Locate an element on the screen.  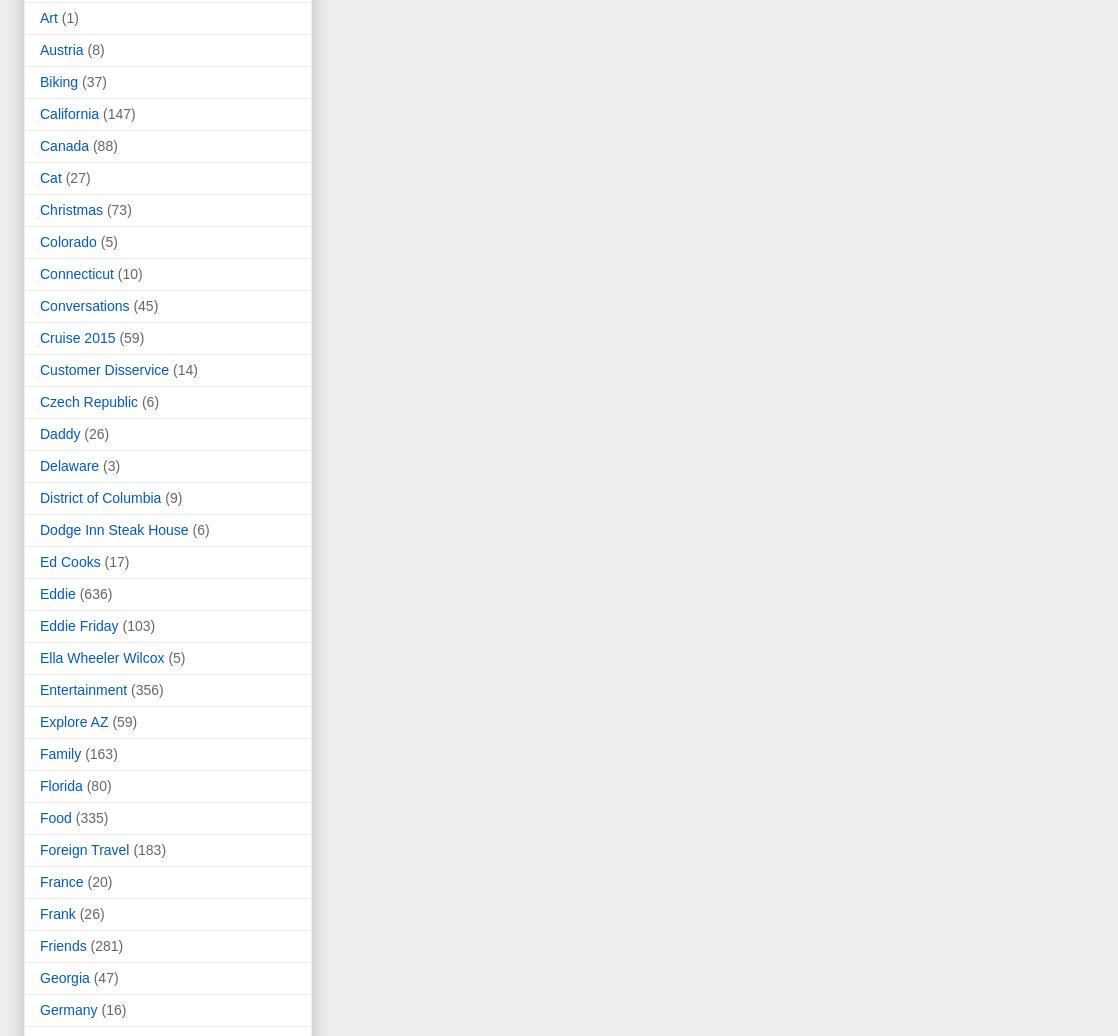
'Christmas' is located at coordinates (40, 209).